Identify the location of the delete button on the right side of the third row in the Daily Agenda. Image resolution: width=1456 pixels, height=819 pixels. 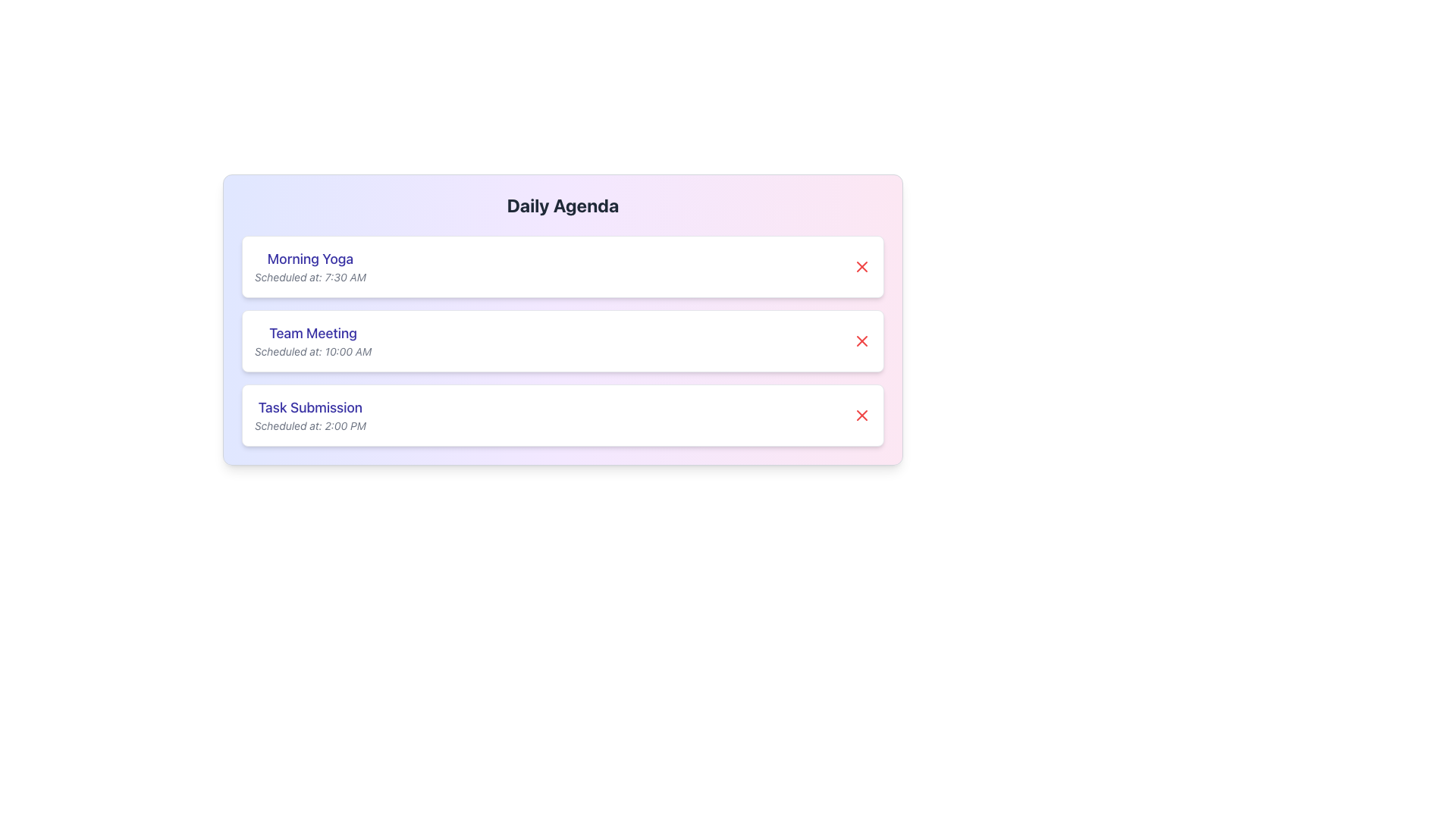
(862, 415).